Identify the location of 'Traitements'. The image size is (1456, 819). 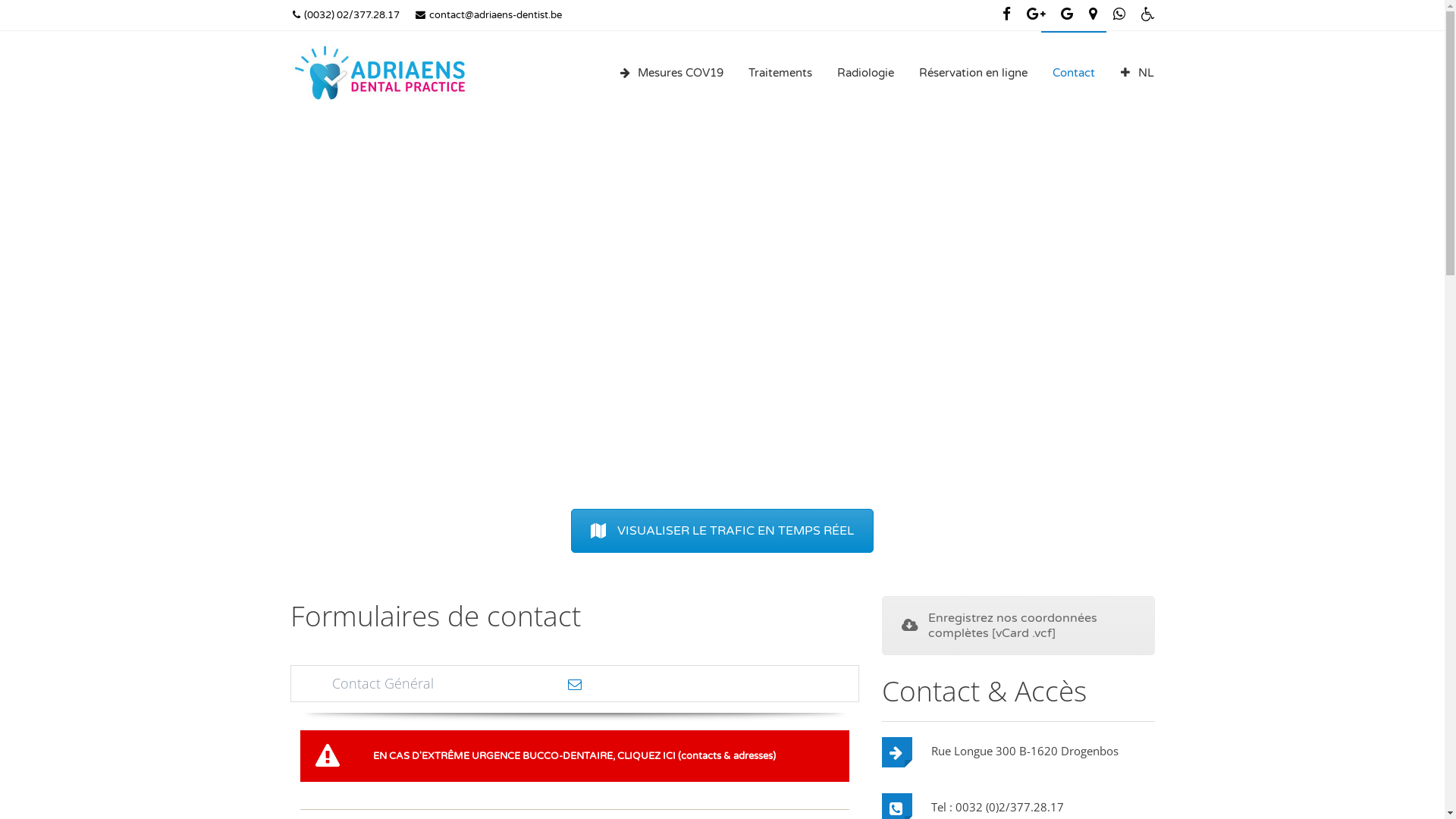
(780, 73).